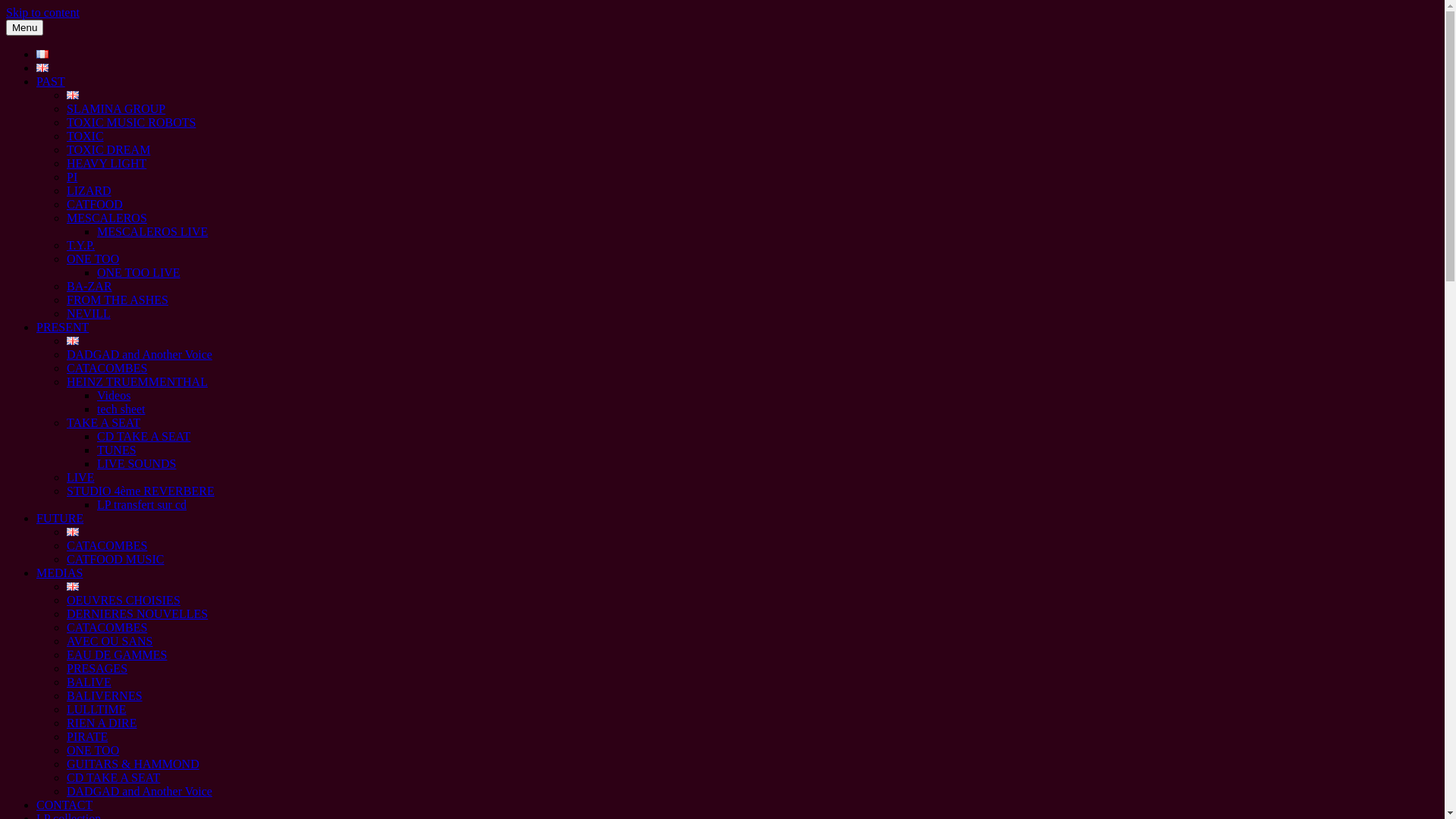  Describe the element at coordinates (108, 641) in the screenshot. I see `'AVEC OU SANS'` at that location.